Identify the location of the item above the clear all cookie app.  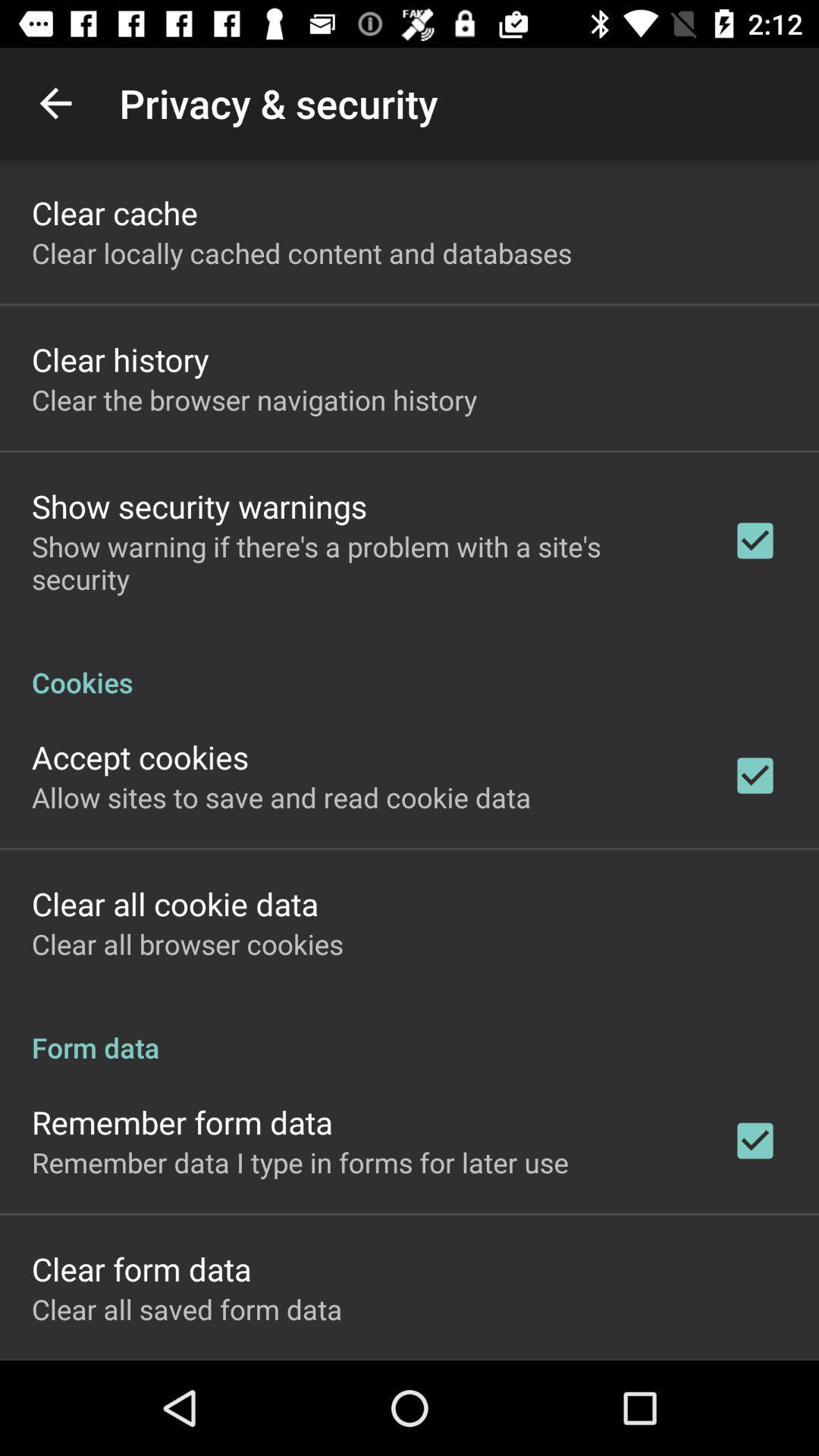
(281, 796).